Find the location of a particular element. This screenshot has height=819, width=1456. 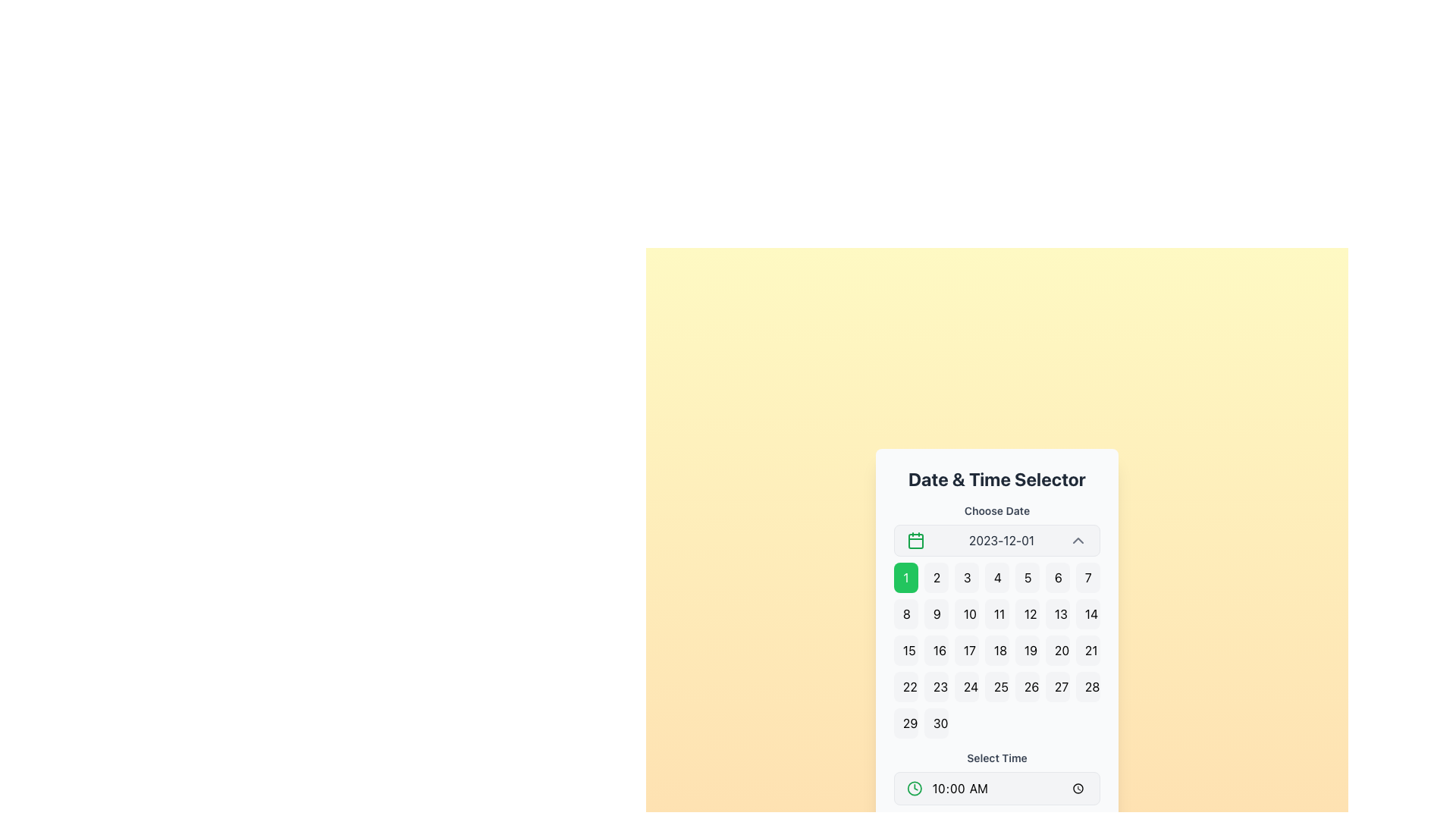

the rectangular button with rounded corners that displays the number '22' in black font is located at coordinates (906, 687).